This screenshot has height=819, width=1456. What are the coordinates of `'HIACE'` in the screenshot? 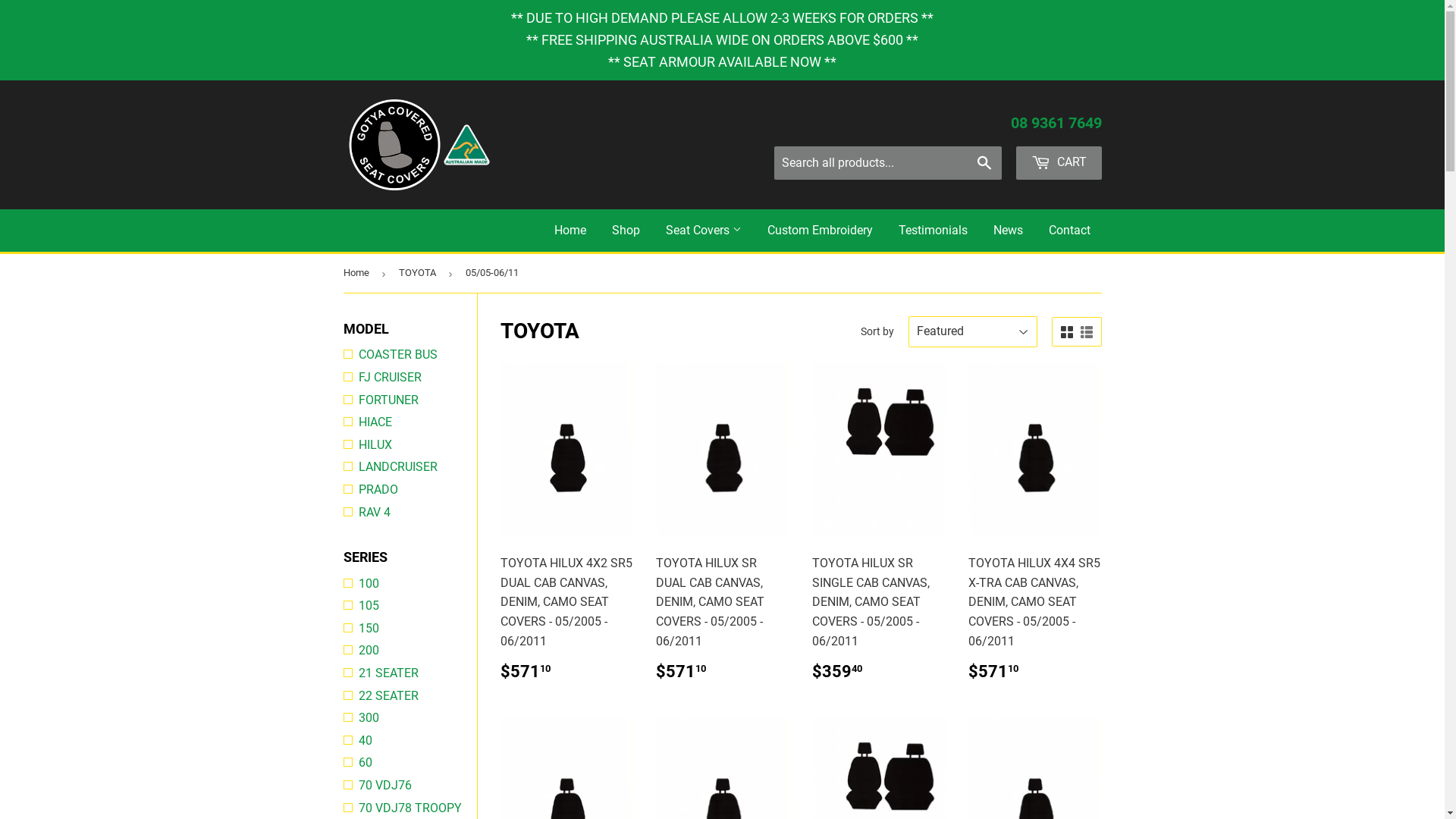 It's located at (341, 422).